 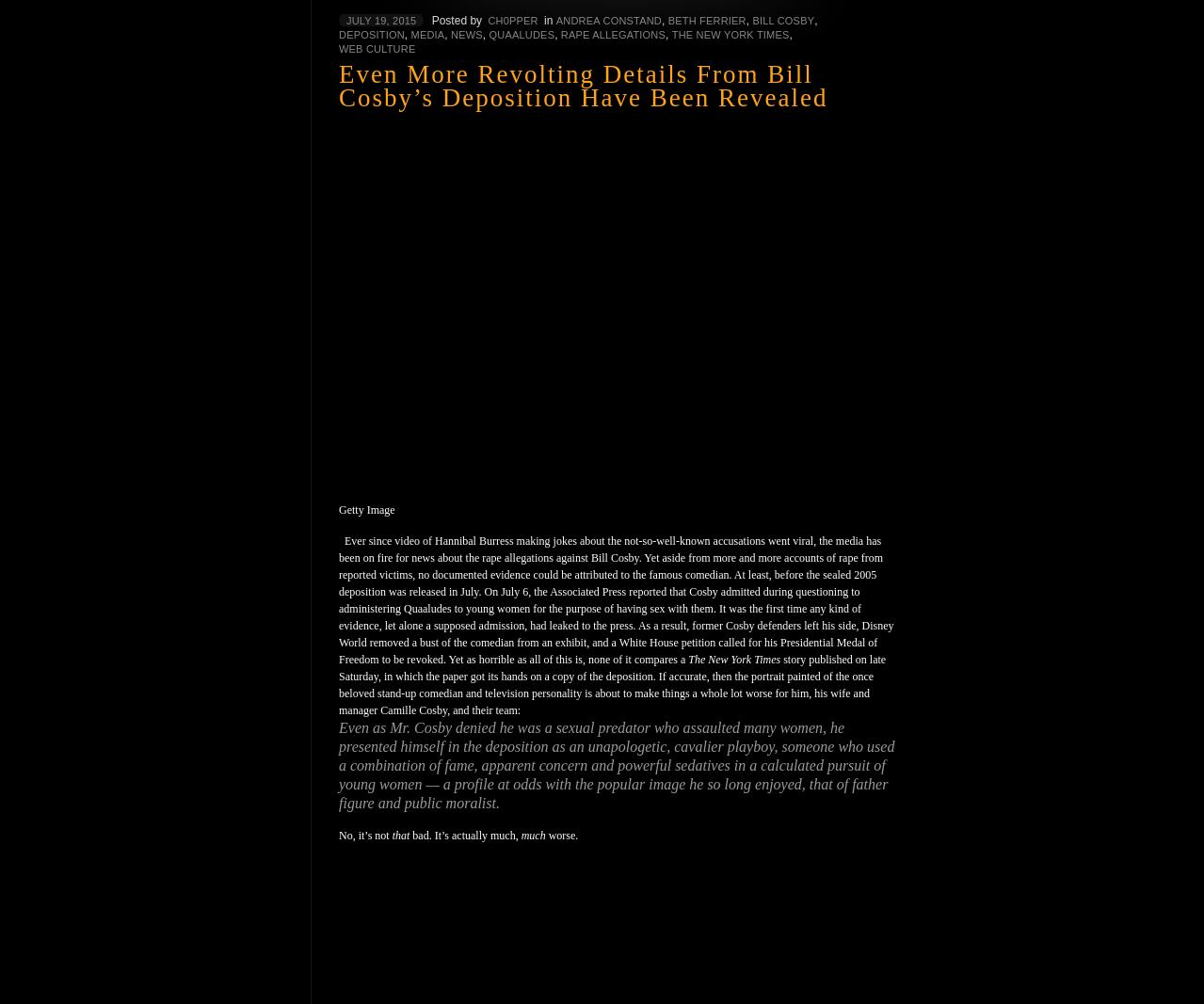 I want to click on 'deposition', so click(x=370, y=34).